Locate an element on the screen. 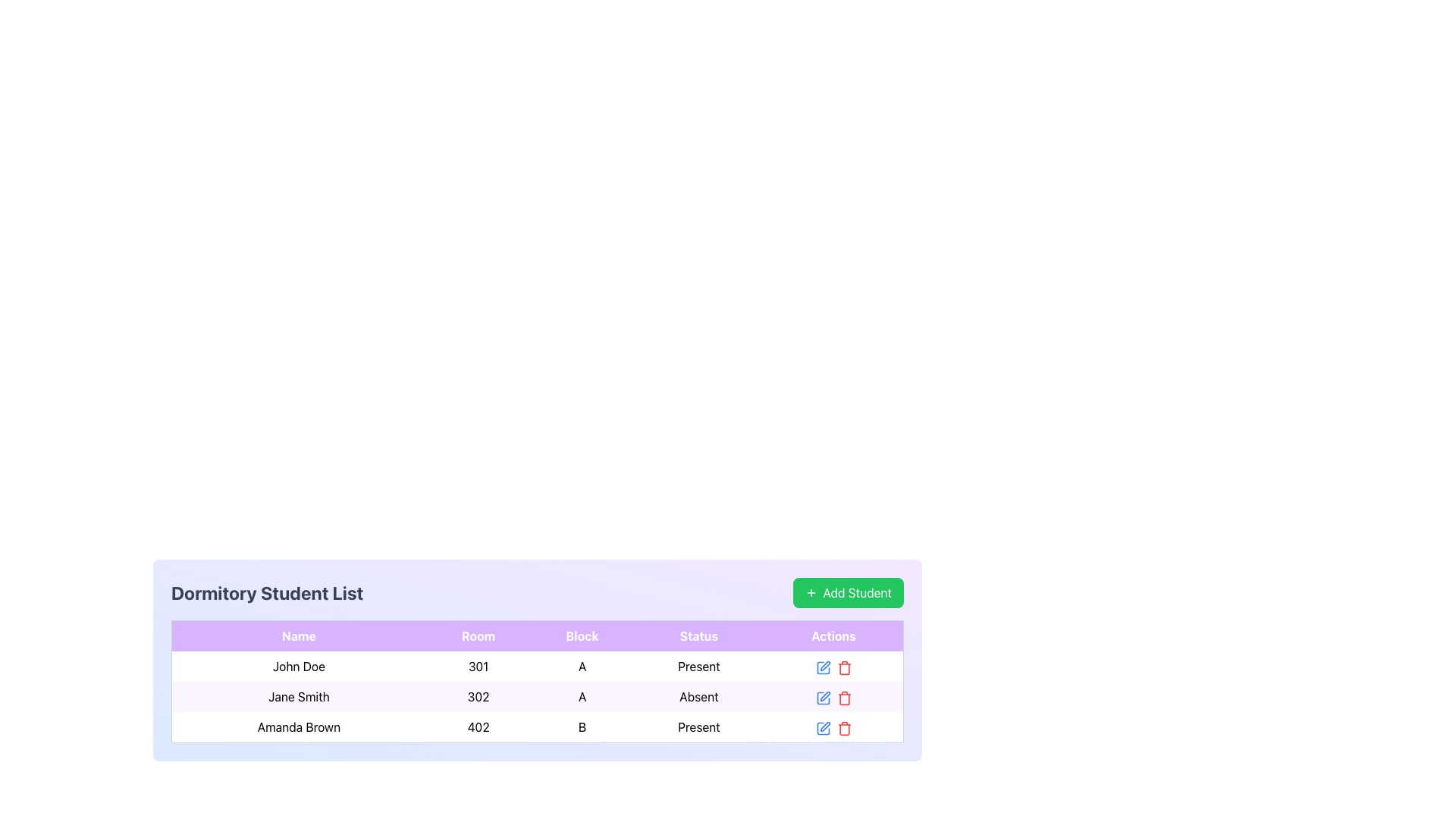 The width and height of the screenshot is (1456, 819). the trash icon button in the 'Actions' column is located at coordinates (843, 667).